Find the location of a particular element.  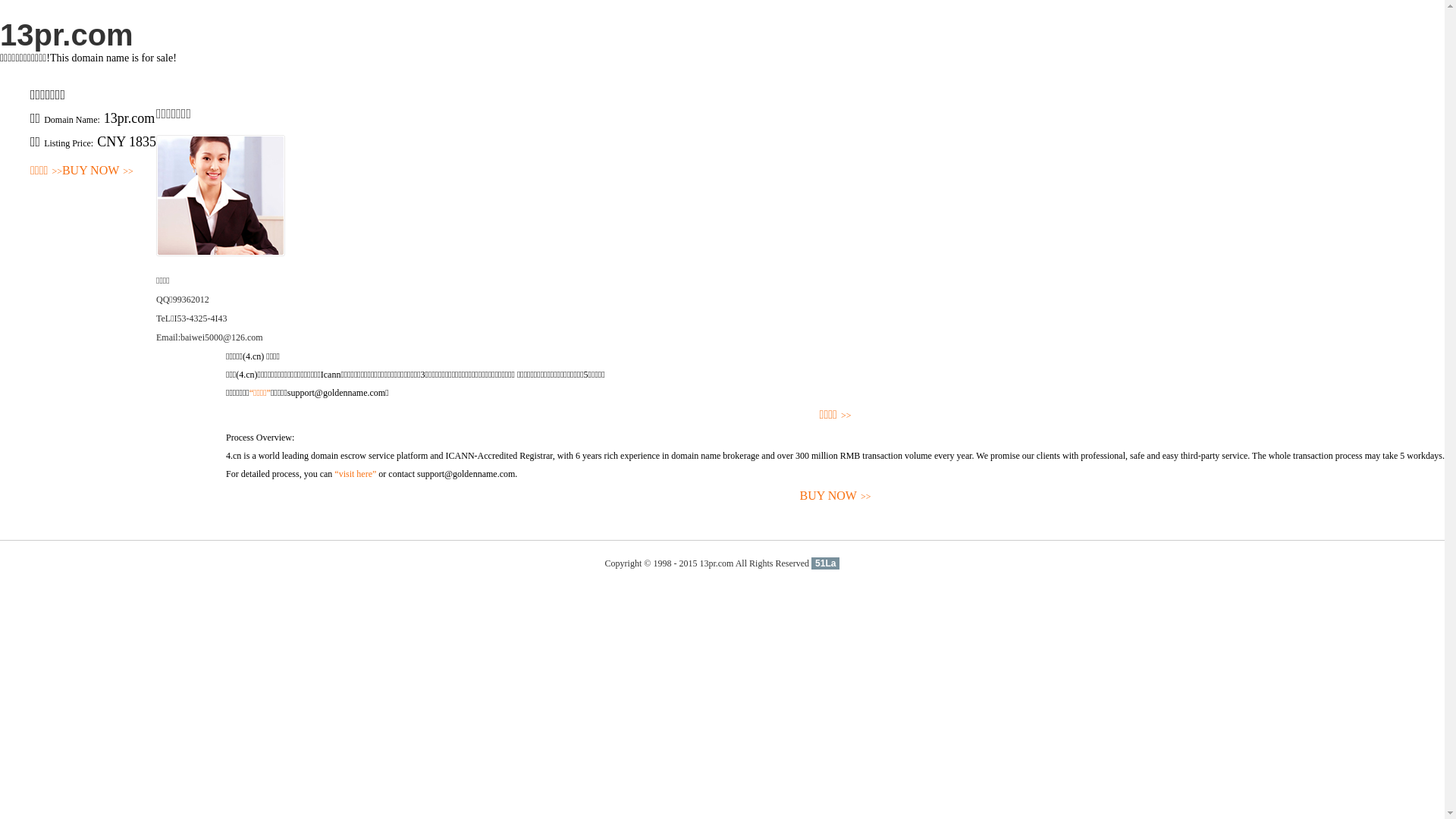

'51La' is located at coordinates (824, 563).